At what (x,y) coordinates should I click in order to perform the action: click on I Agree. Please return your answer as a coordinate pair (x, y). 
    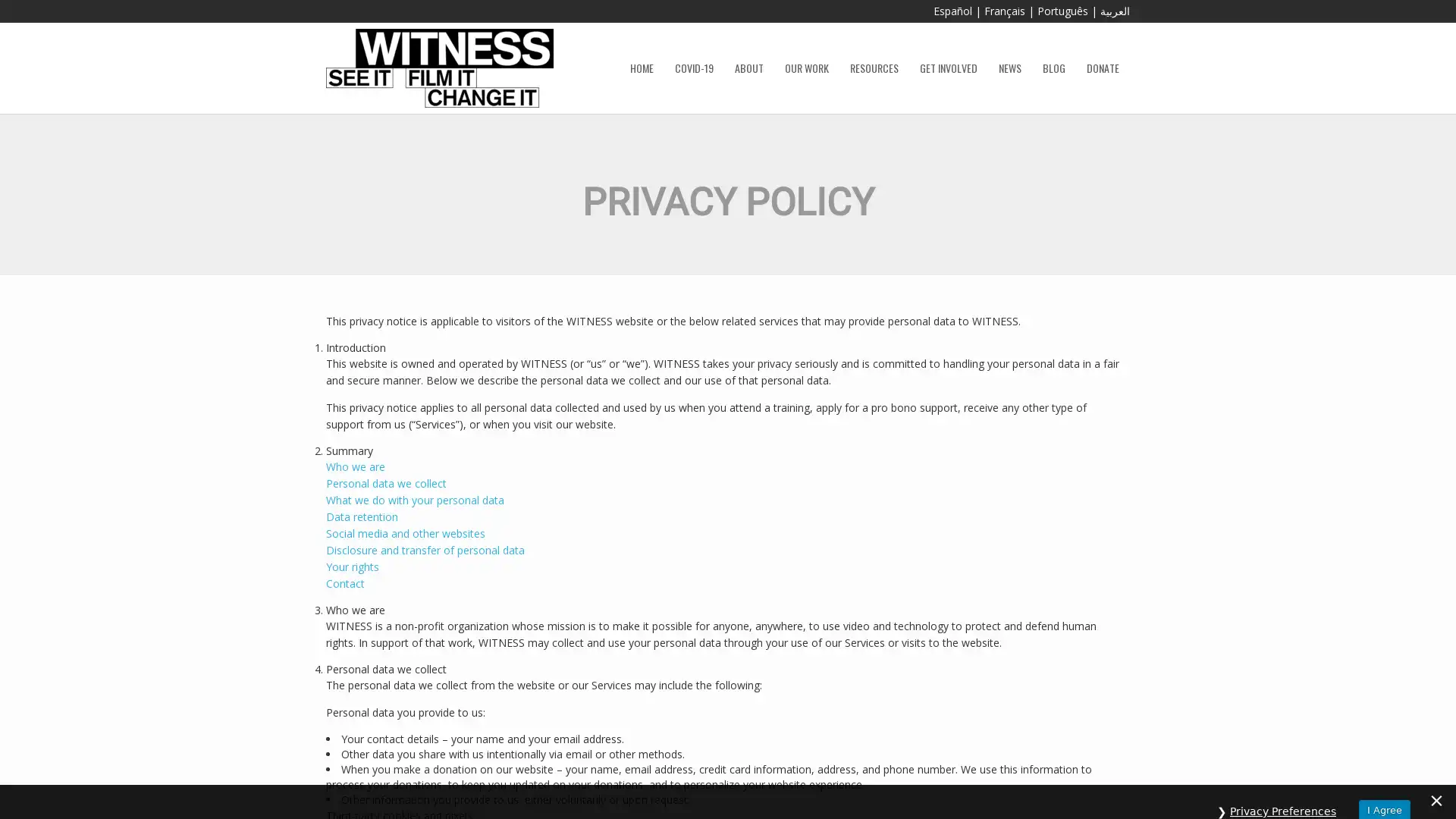
    Looking at the image, I should click on (1384, 790).